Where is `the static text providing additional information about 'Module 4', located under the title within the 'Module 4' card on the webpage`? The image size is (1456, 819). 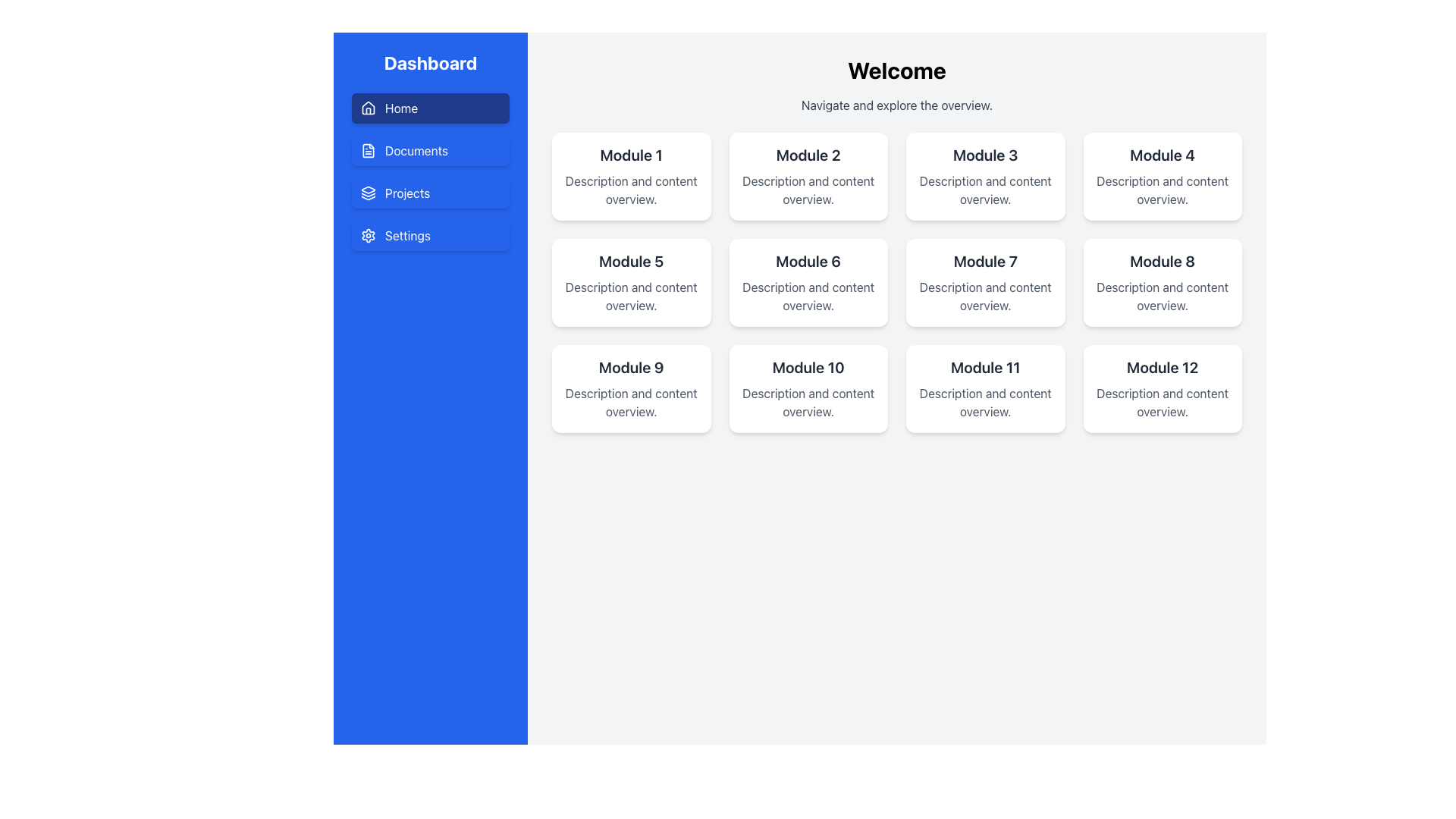
the static text providing additional information about 'Module 4', located under the title within the 'Module 4' card on the webpage is located at coordinates (1162, 189).